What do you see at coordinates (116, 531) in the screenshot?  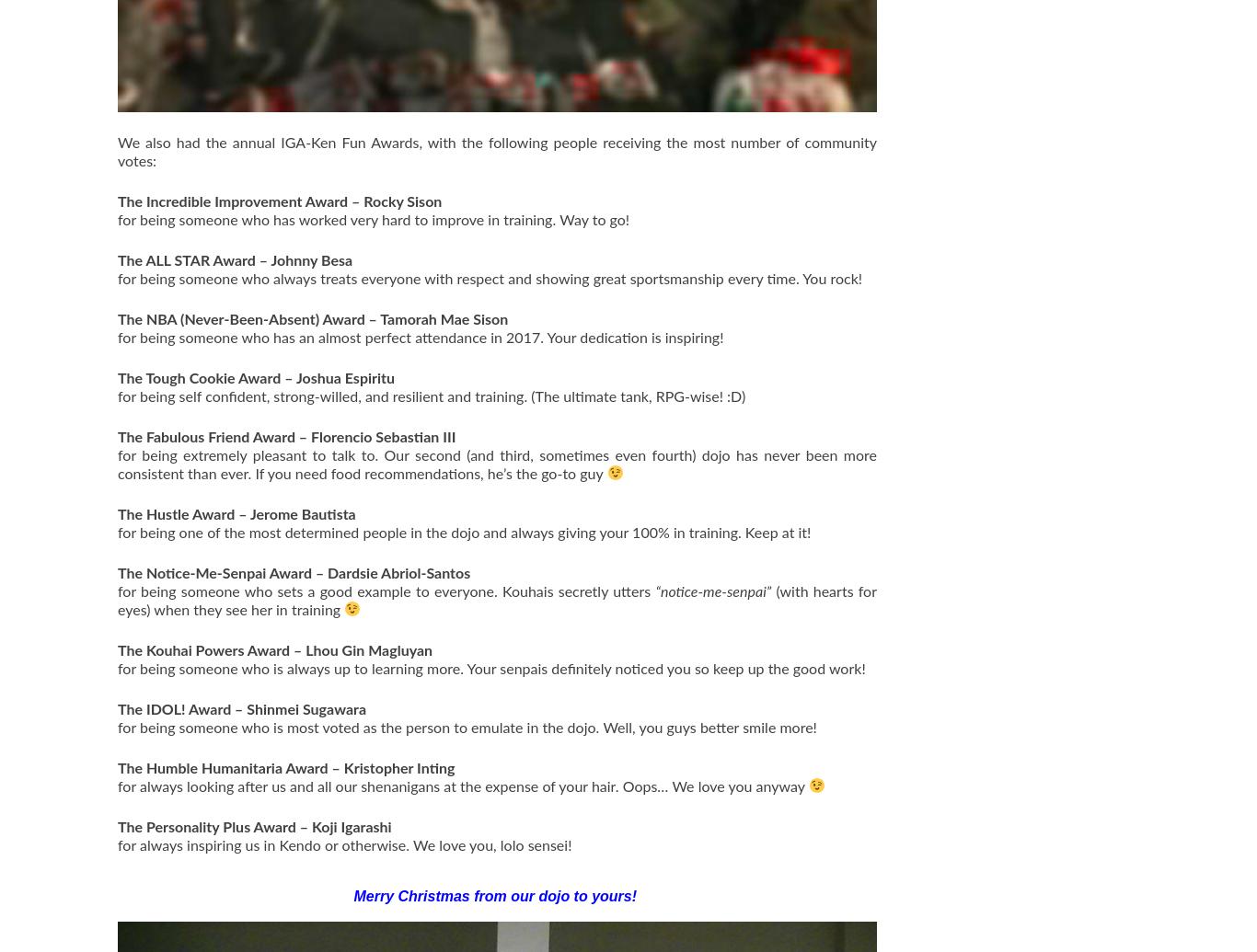 I see `'for being one of the most determined people in the dojo and always giving your 100% in training. Keep at it!'` at bounding box center [116, 531].